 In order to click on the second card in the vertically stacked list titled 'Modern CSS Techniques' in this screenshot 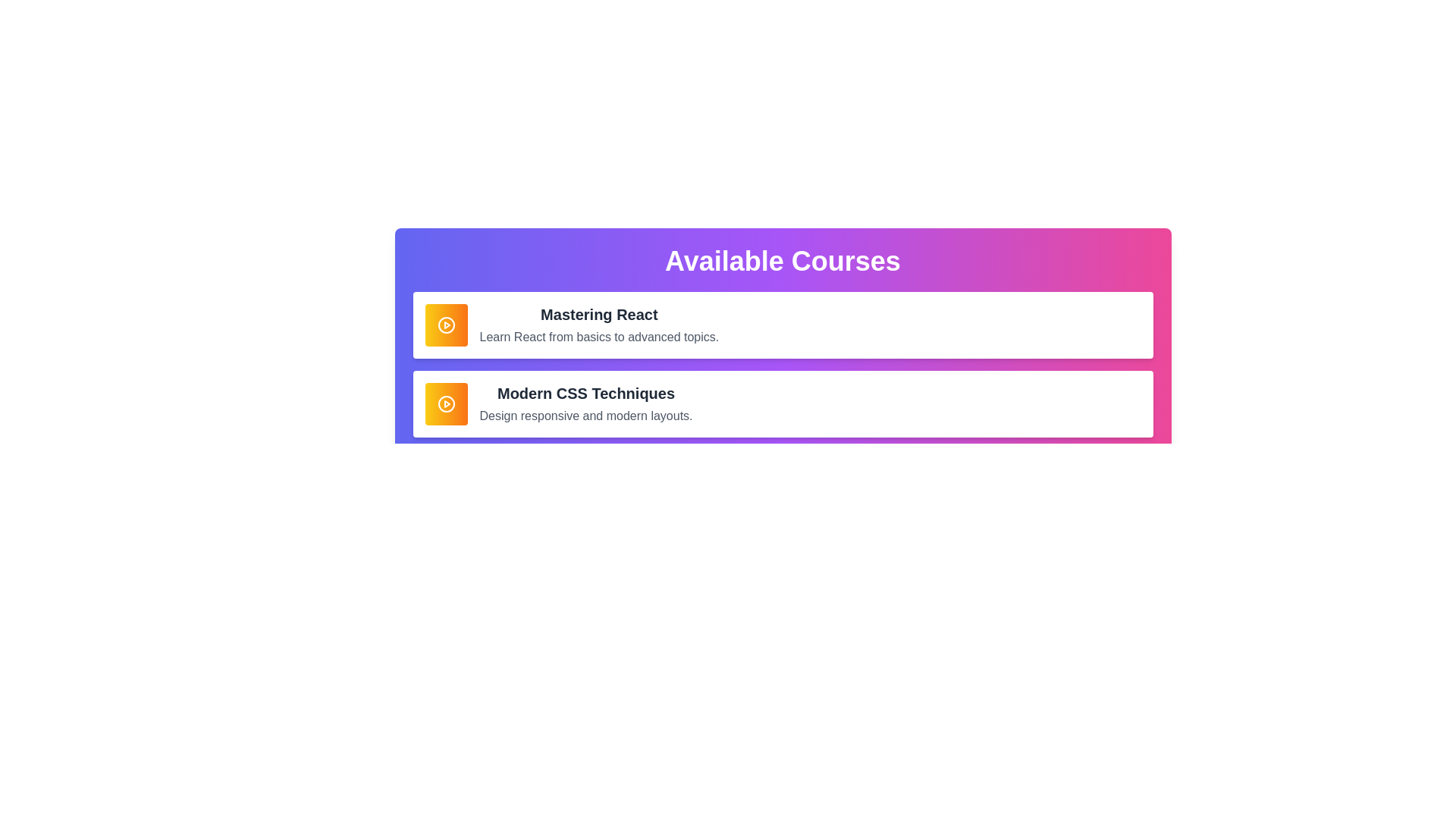, I will do `click(783, 403)`.